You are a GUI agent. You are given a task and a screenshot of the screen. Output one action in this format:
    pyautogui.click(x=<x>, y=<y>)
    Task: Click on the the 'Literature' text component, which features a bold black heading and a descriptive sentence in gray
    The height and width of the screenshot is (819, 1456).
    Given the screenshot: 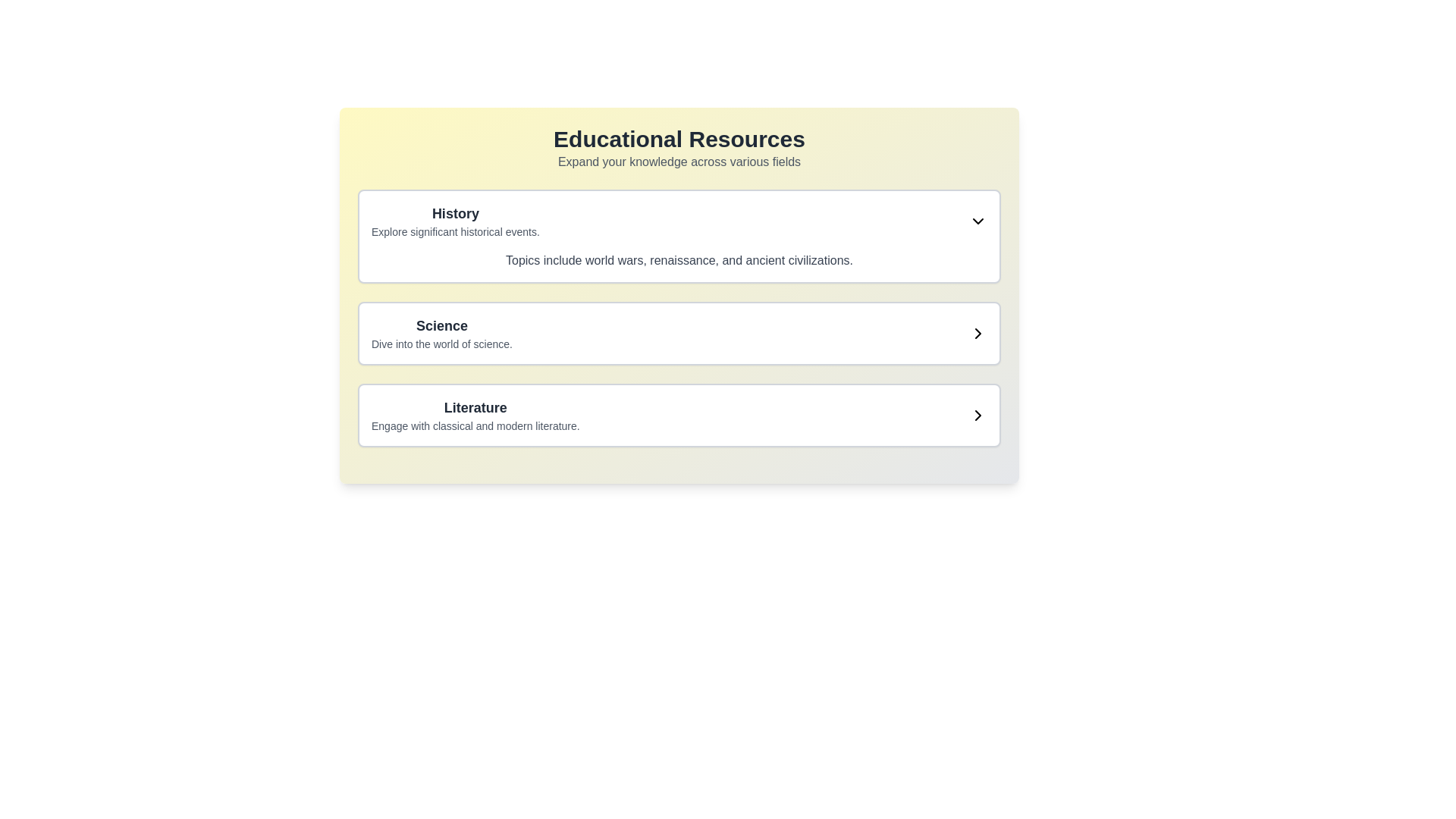 What is the action you would take?
    pyautogui.click(x=475, y=415)
    